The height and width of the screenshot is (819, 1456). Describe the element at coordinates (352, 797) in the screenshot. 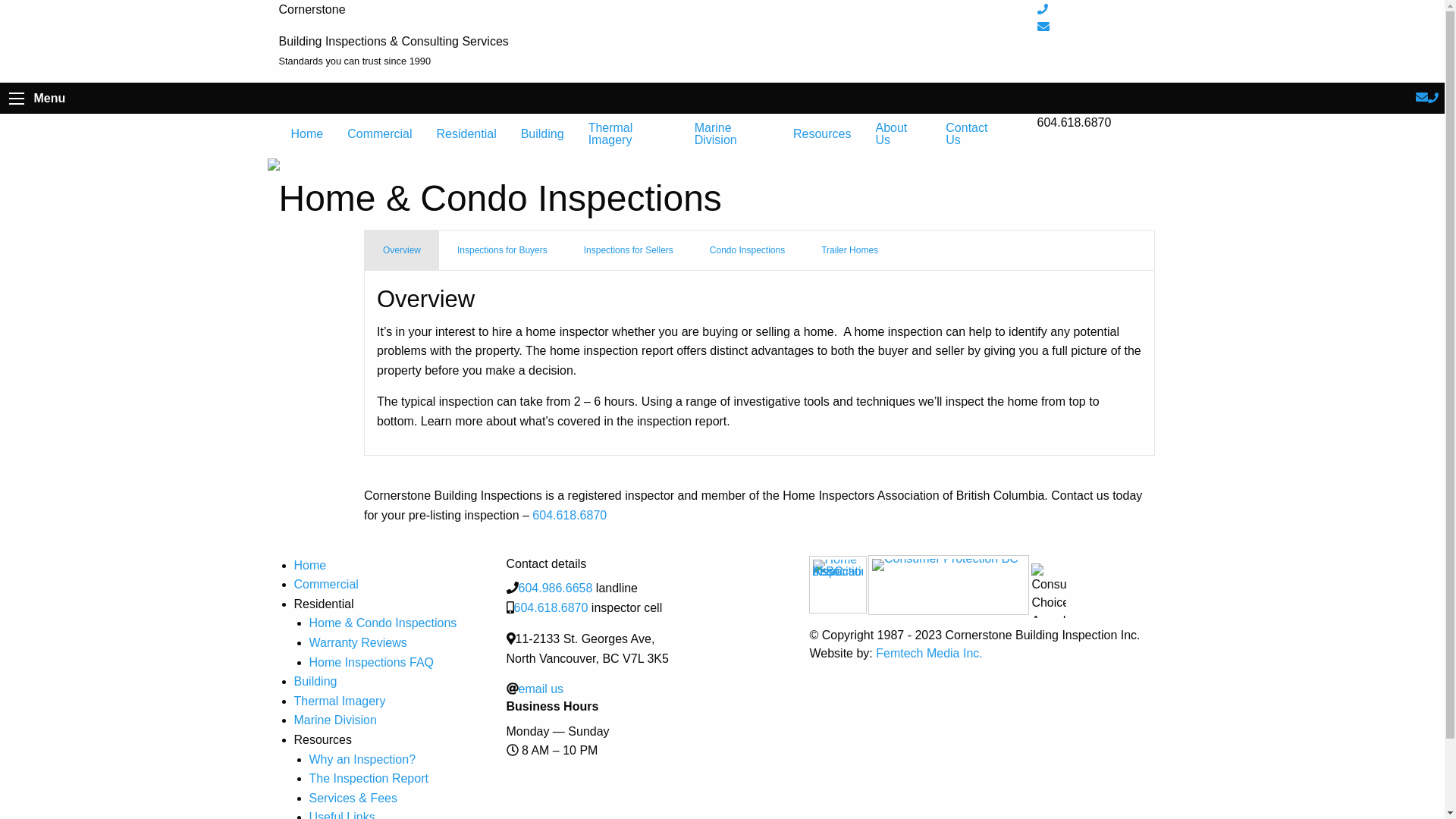

I see `'Services & Fees'` at that location.